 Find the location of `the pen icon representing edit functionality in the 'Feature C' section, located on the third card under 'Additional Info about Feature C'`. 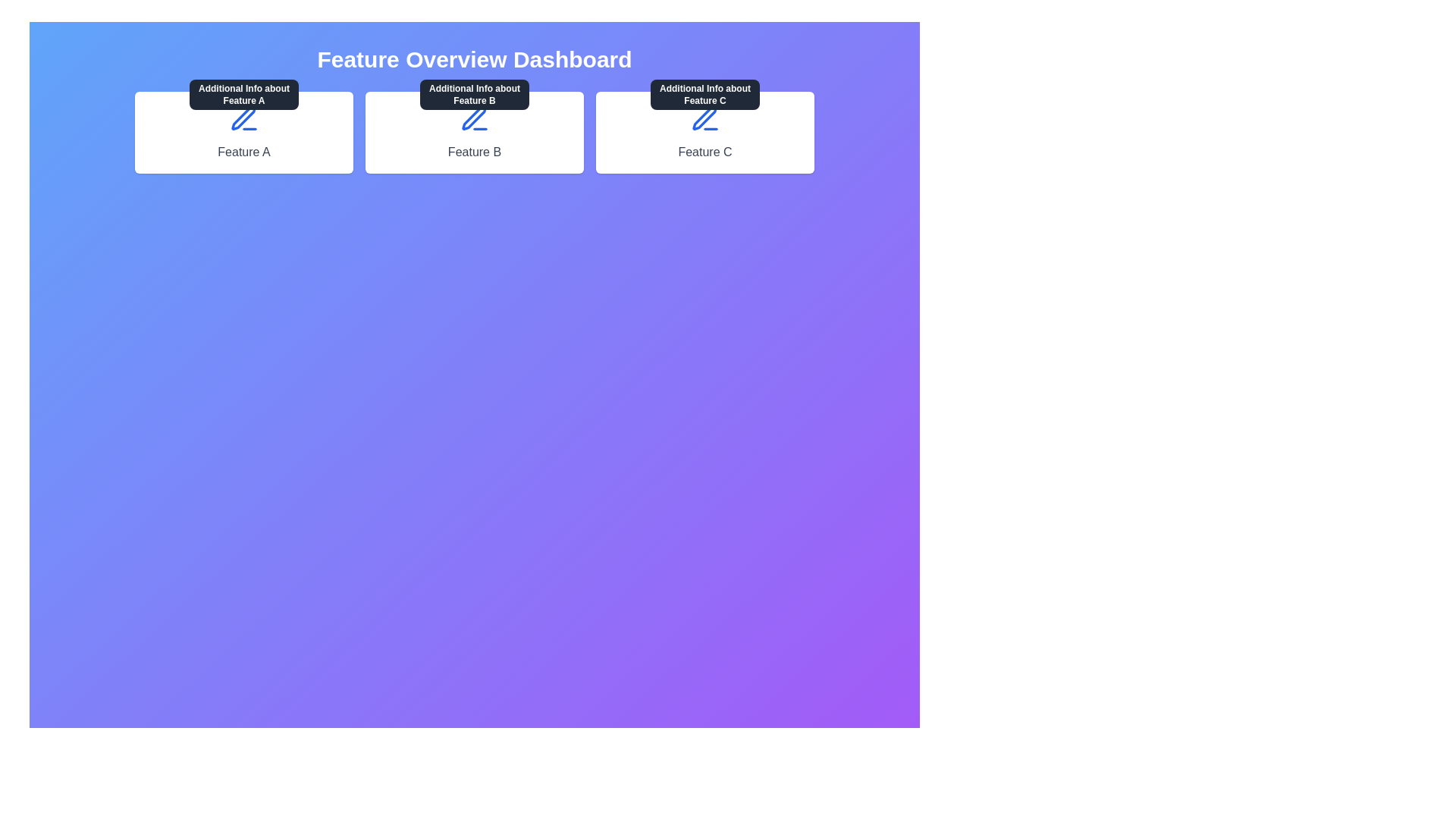

the pen icon representing edit functionality in the 'Feature C' section, located on the third card under 'Additional Info about Feature C' is located at coordinates (704, 118).